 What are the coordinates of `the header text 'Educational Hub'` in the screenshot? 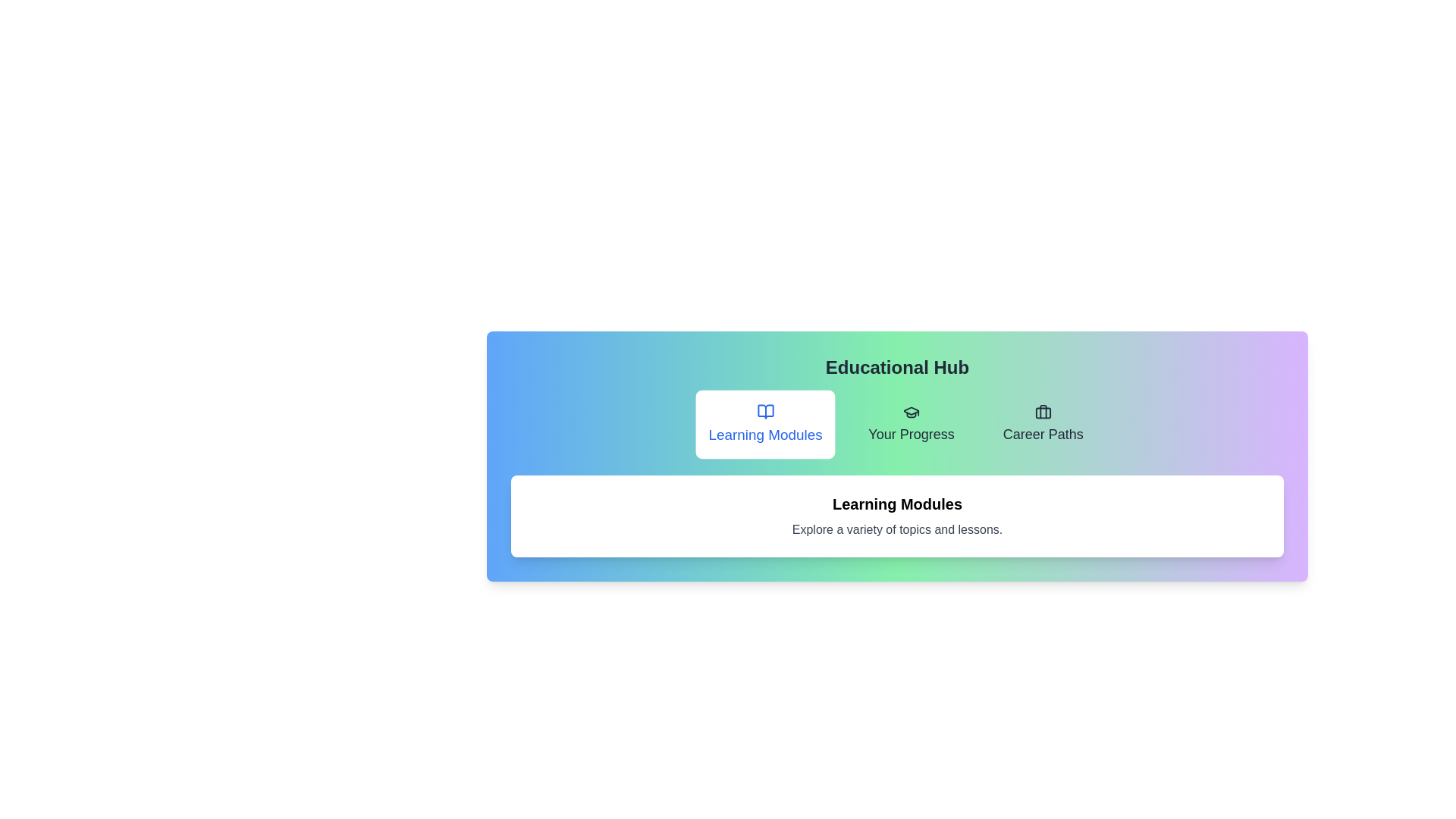 It's located at (897, 368).